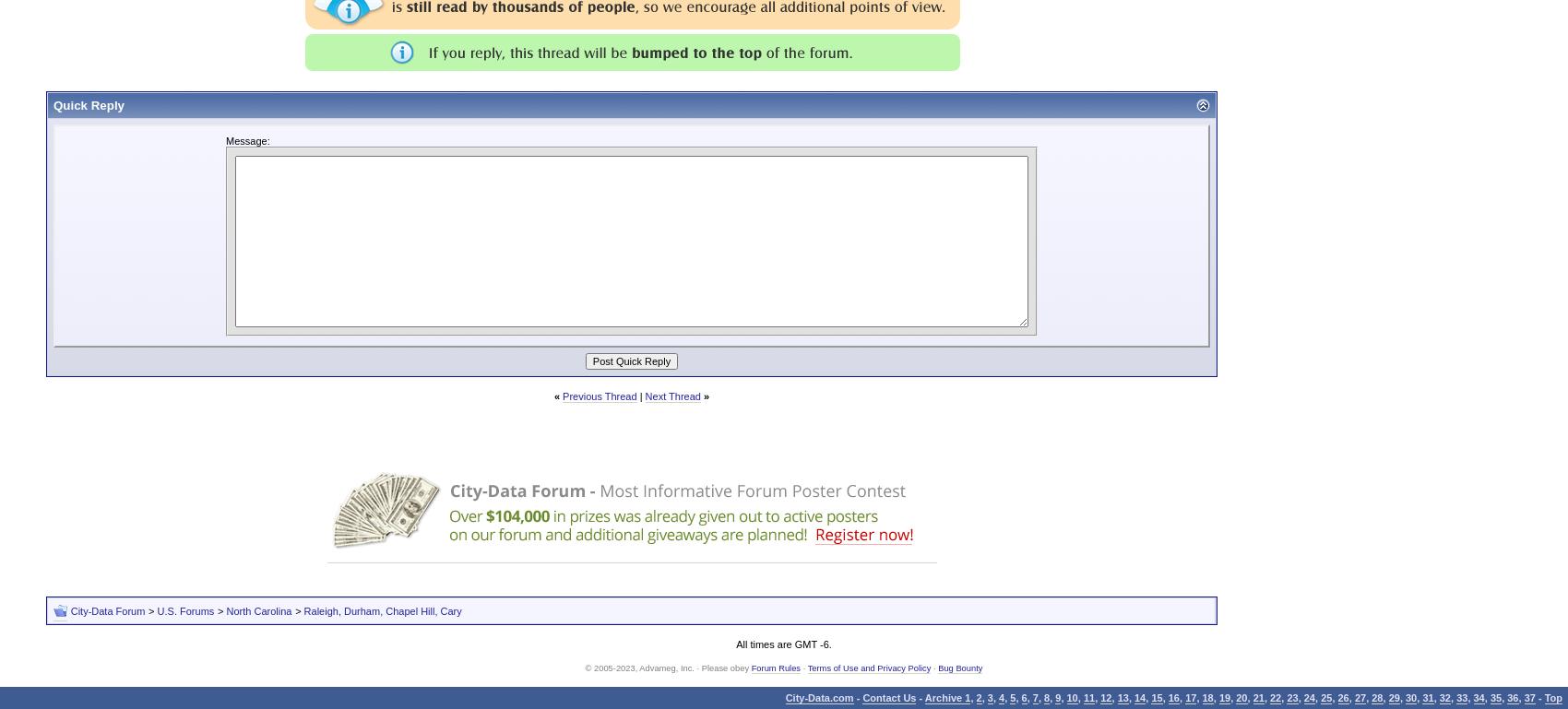 The width and height of the screenshot is (1568, 709). Describe the element at coordinates (1494, 697) in the screenshot. I see `'35'` at that location.